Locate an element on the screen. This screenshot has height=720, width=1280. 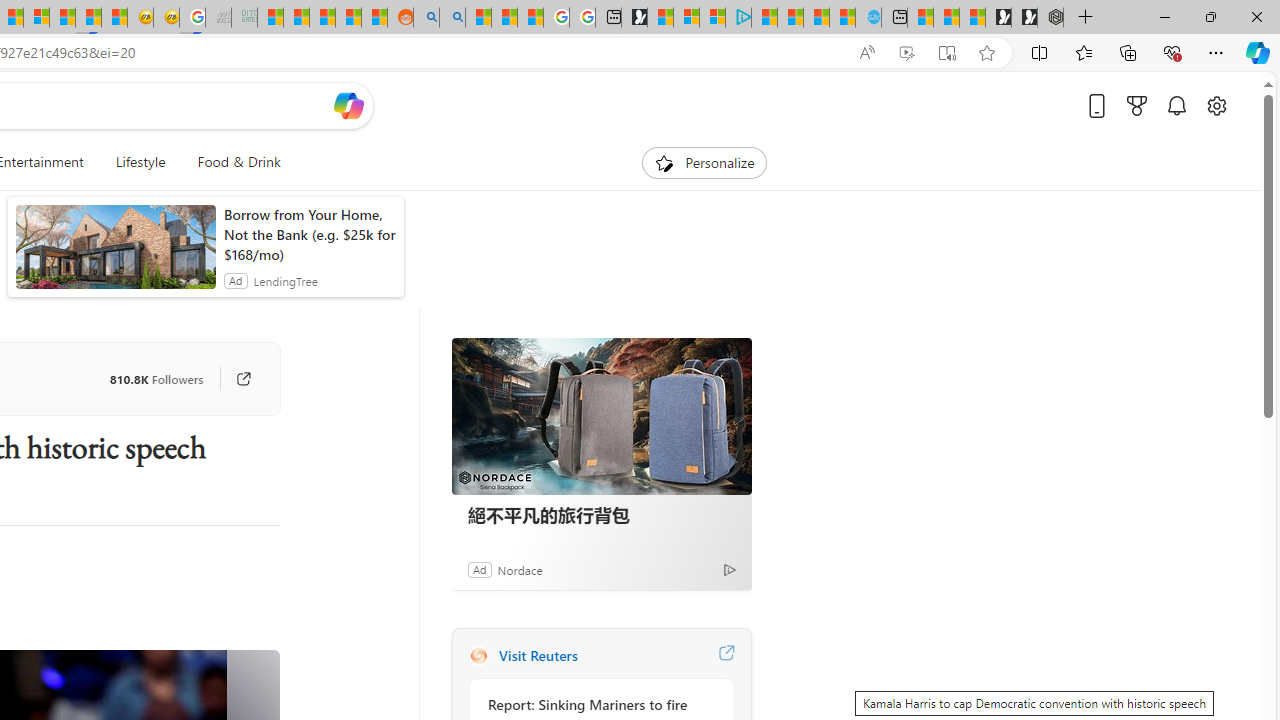
'Food & Drink' is located at coordinates (239, 162).